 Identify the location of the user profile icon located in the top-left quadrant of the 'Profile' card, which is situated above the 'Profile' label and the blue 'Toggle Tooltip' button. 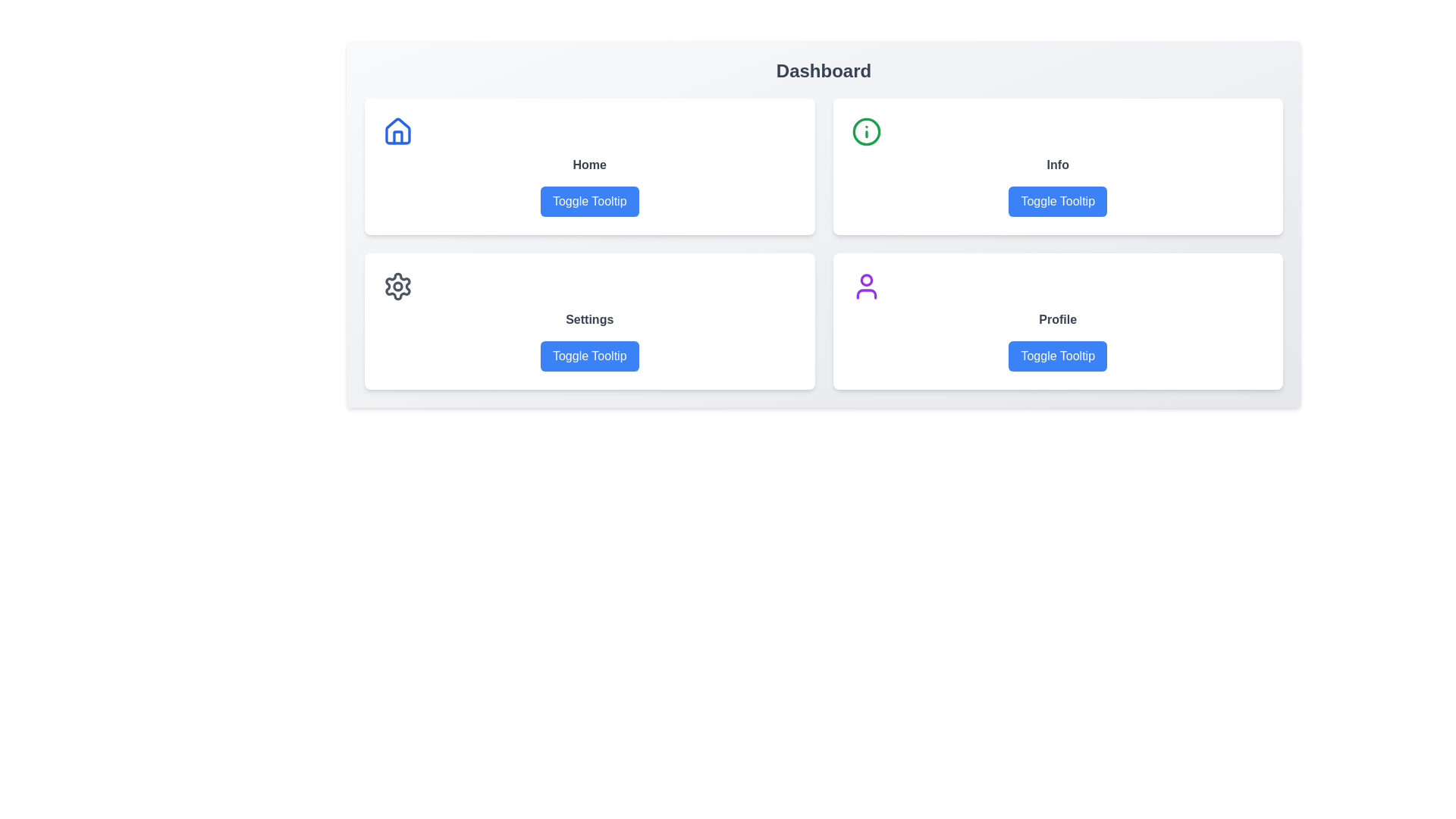
(866, 287).